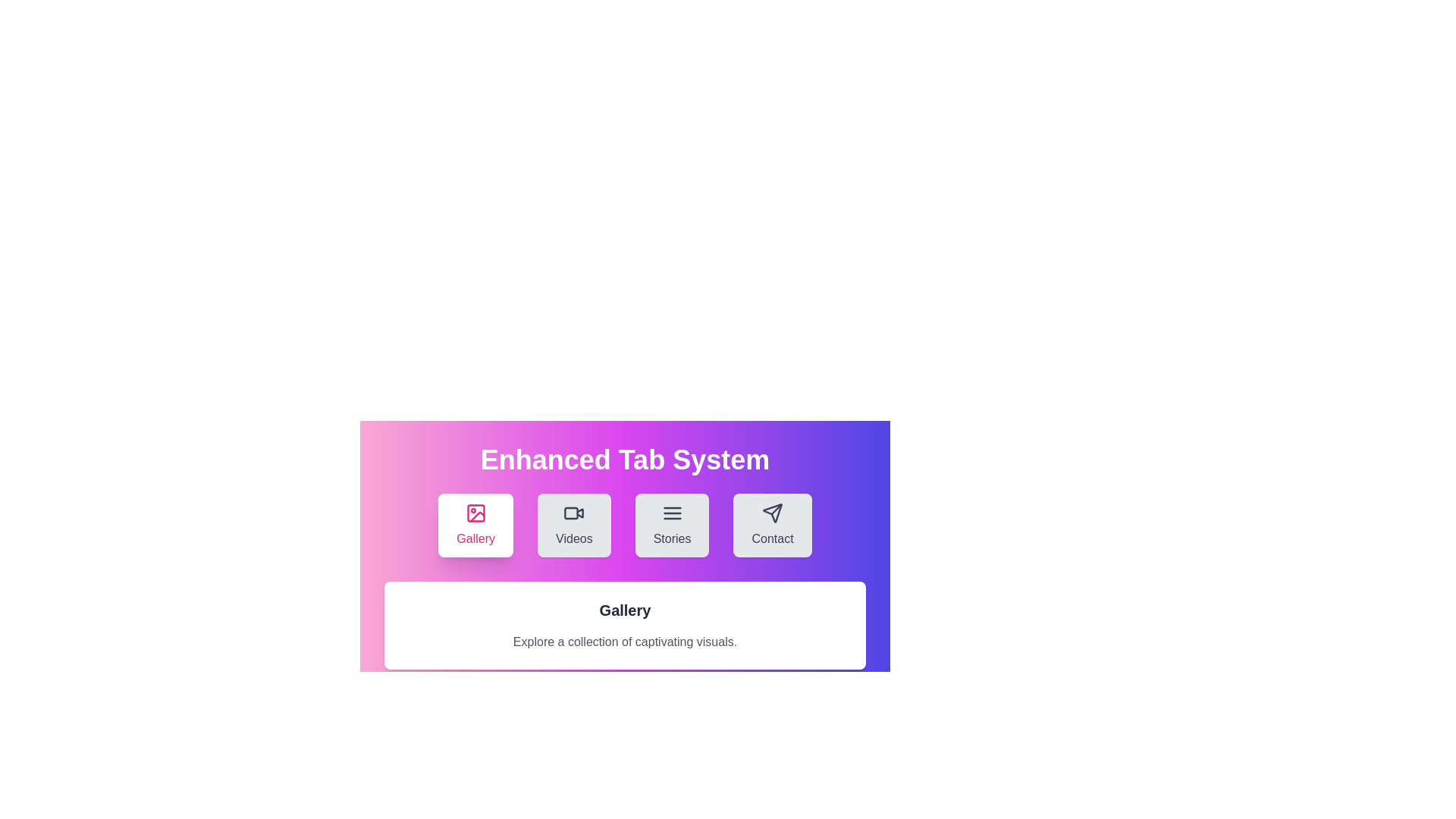 Image resolution: width=1456 pixels, height=819 pixels. I want to click on the Videos tab by clicking its button, so click(573, 525).